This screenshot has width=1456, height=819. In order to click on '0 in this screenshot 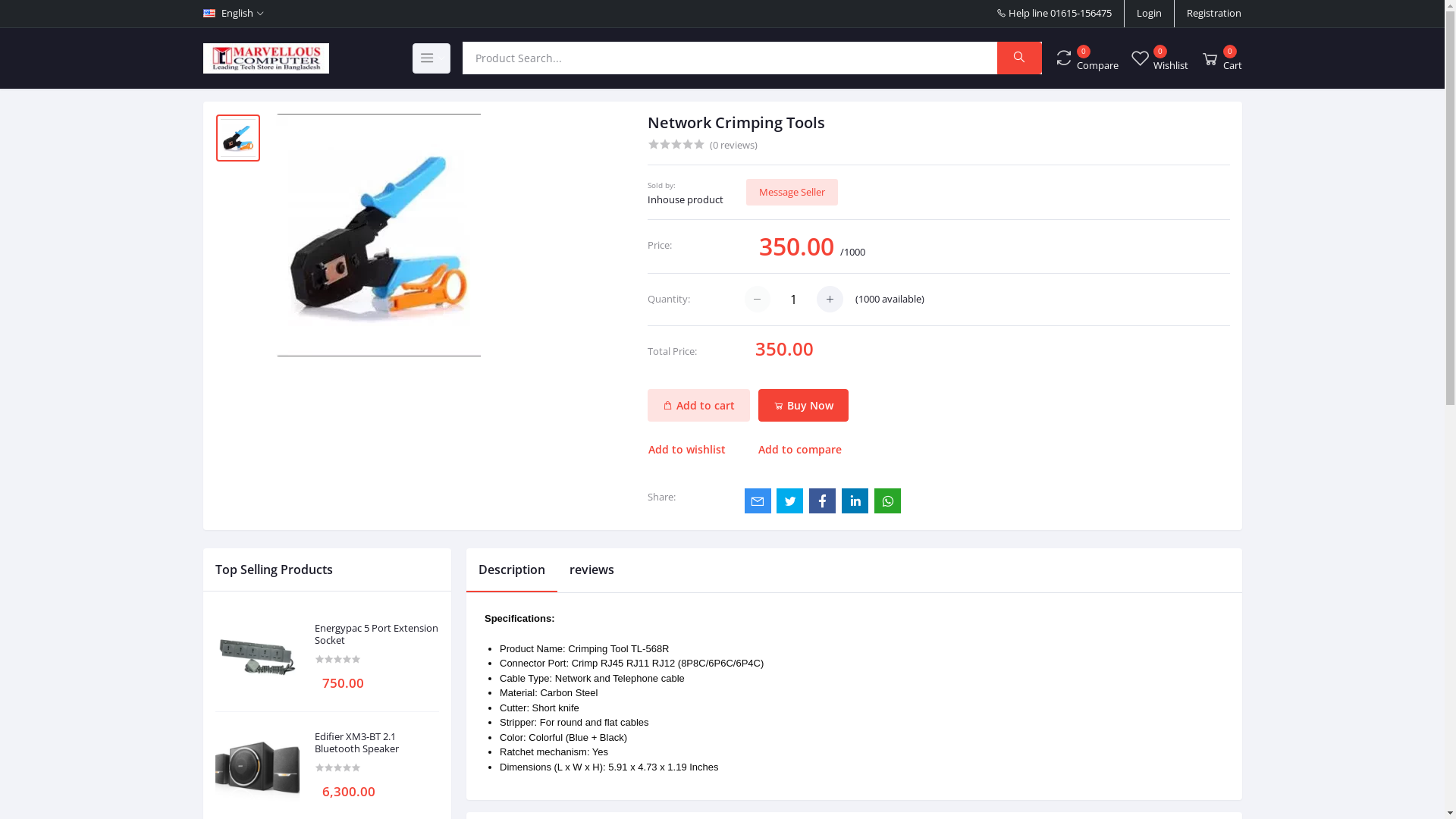, I will do `click(1220, 57)`.